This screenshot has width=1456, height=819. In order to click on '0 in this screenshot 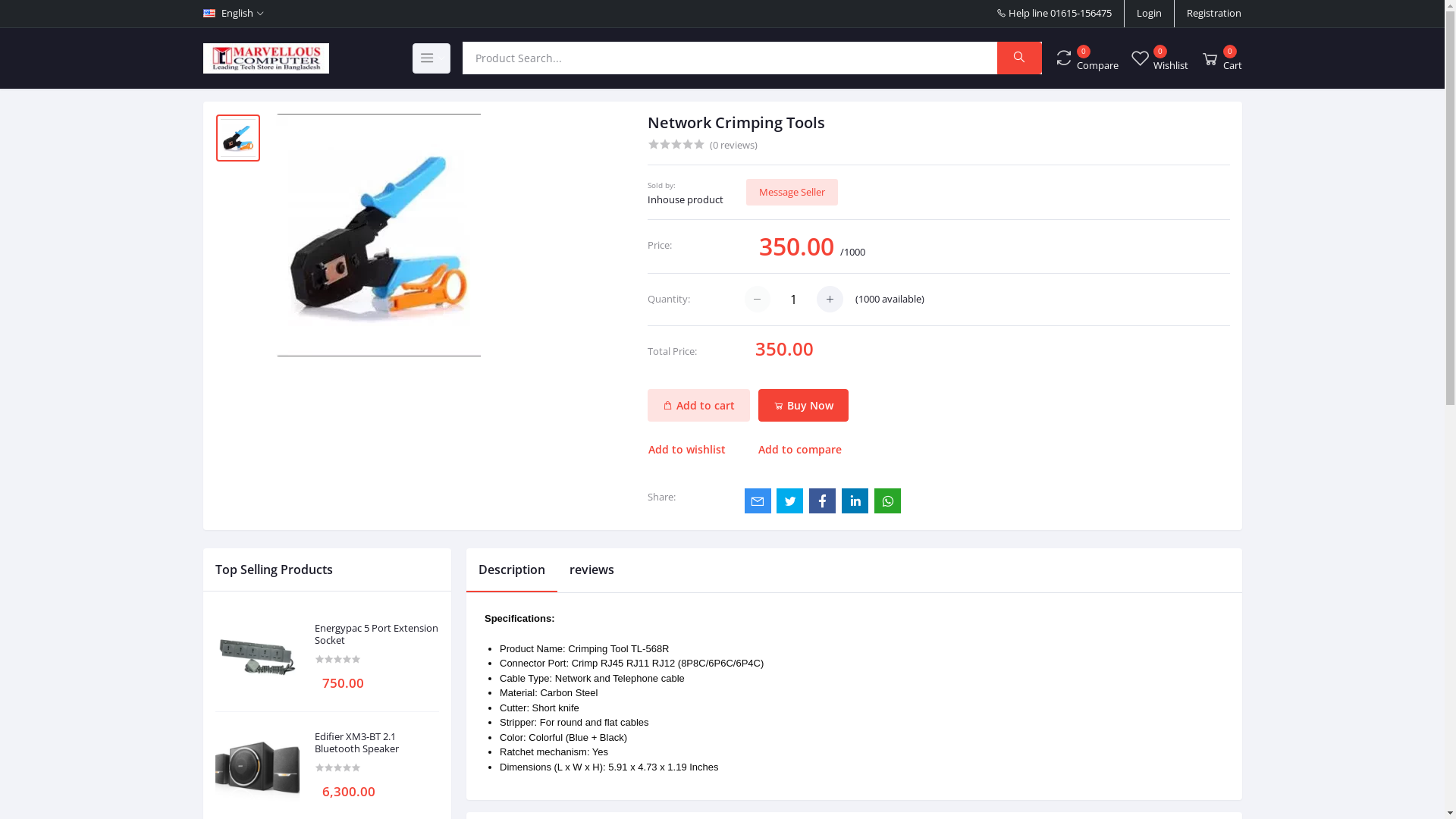, I will do `click(1220, 57)`.